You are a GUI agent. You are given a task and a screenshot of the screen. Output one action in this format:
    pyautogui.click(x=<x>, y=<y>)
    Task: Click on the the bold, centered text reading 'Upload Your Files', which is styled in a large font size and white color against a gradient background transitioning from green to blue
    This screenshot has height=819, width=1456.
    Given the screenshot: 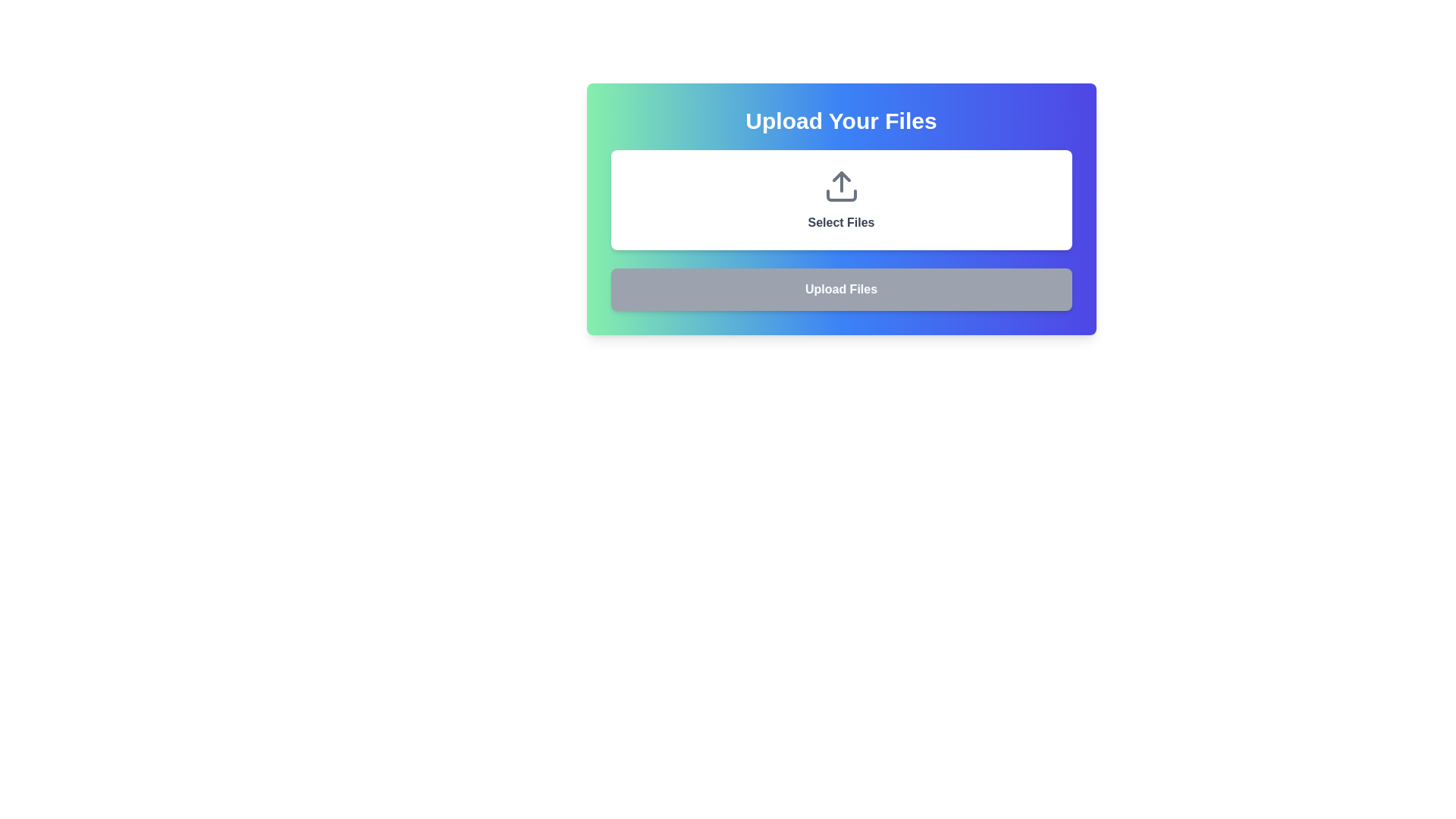 What is the action you would take?
    pyautogui.click(x=840, y=120)
    